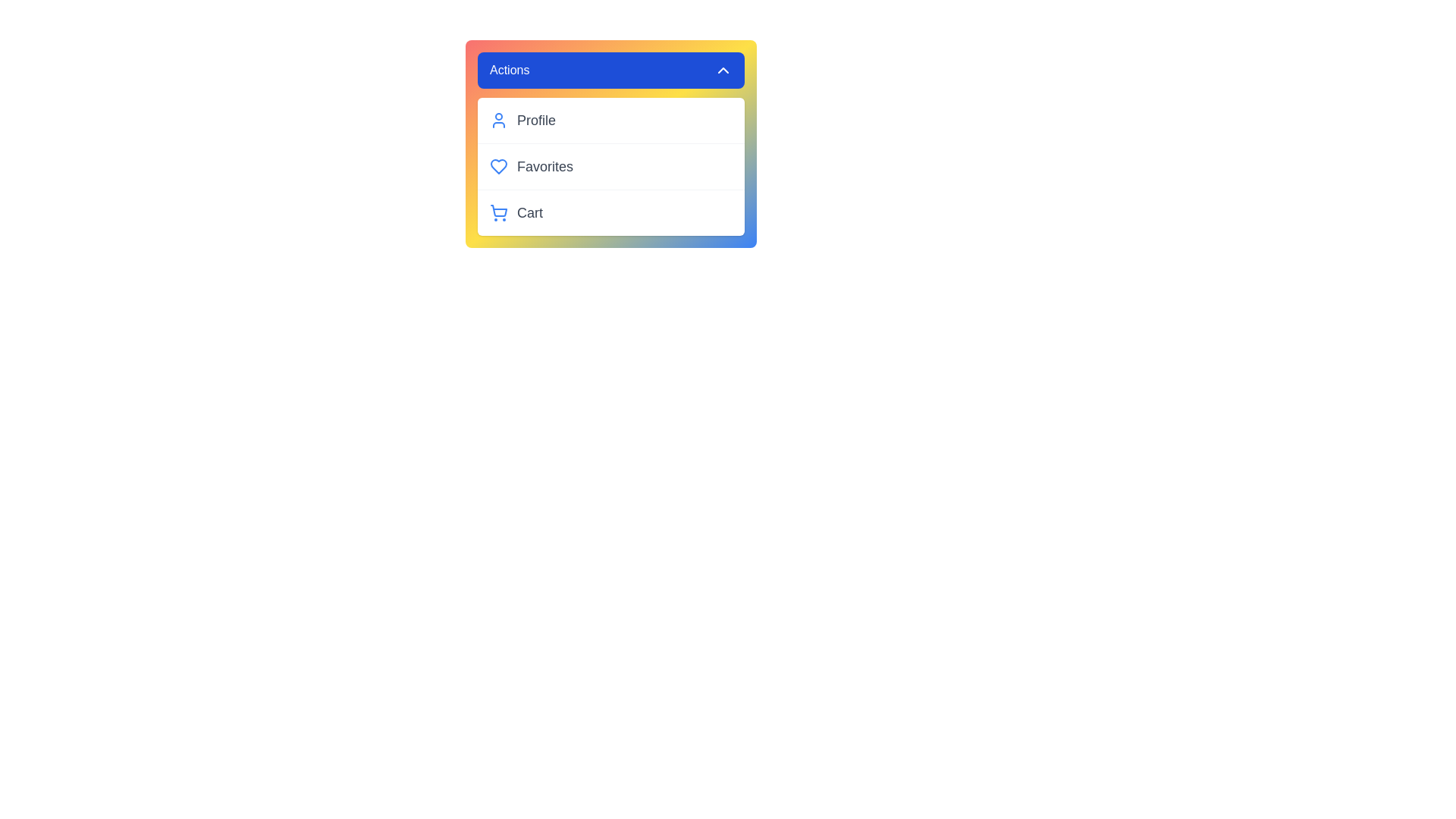 The width and height of the screenshot is (1456, 819). Describe the element at coordinates (545, 166) in the screenshot. I see `the 'Favorites' text label located in the second row of the vertical menu labeled 'Actions', which is positioned below the 'Profile' row and above the 'Cart' row` at that location.